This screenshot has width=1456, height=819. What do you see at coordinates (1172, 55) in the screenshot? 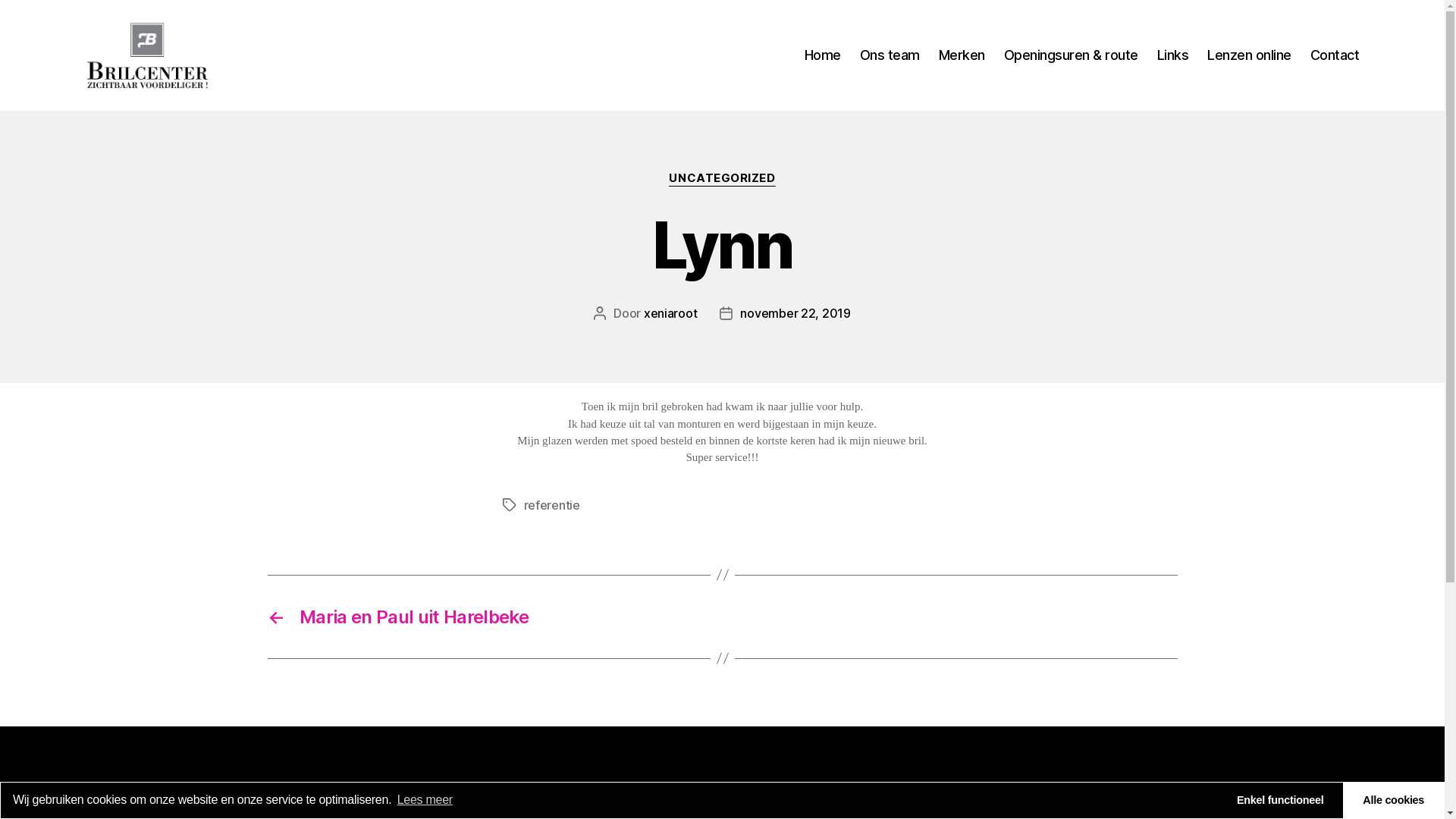
I see `'Links'` at bounding box center [1172, 55].